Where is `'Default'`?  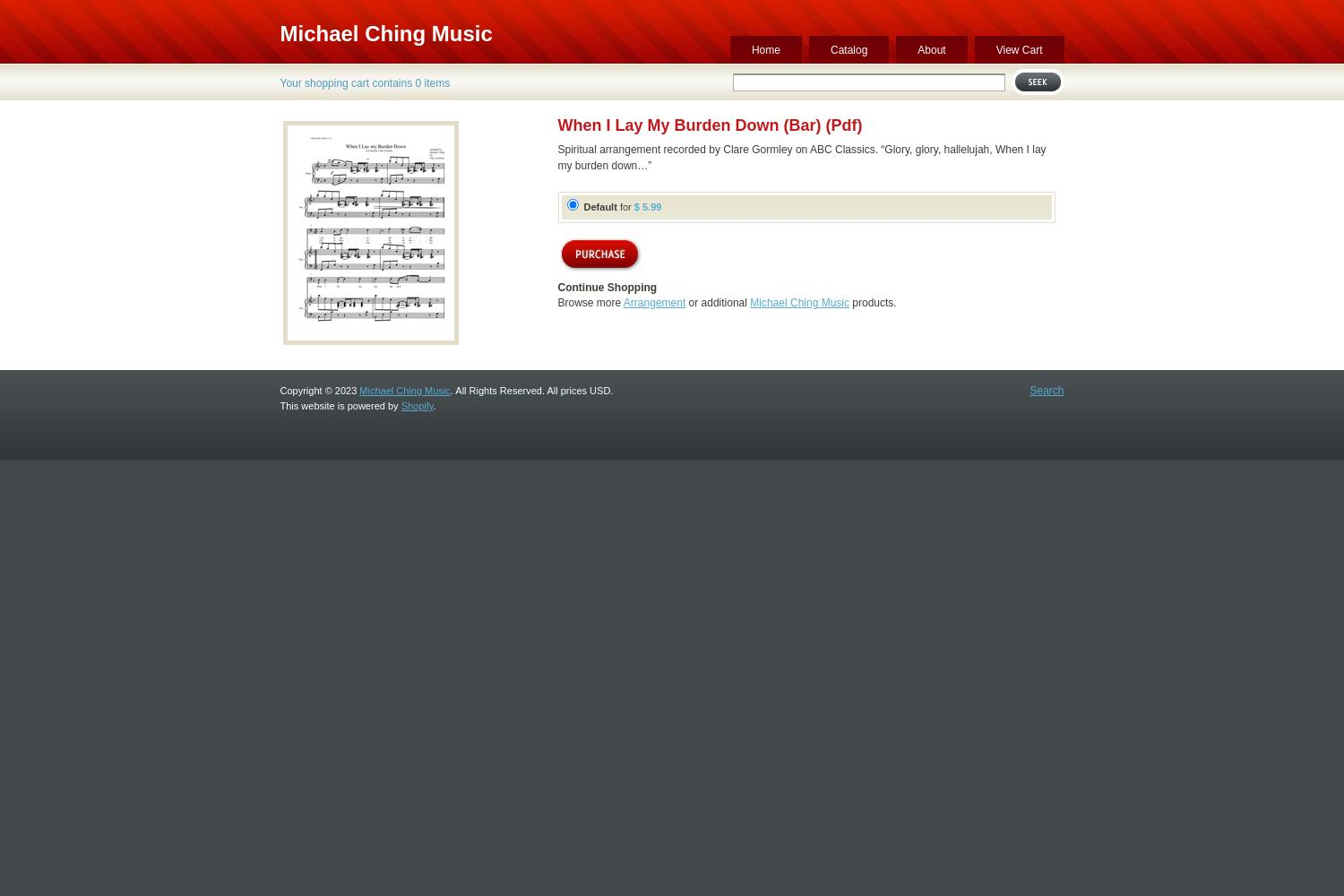
'Default' is located at coordinates (599, 206).